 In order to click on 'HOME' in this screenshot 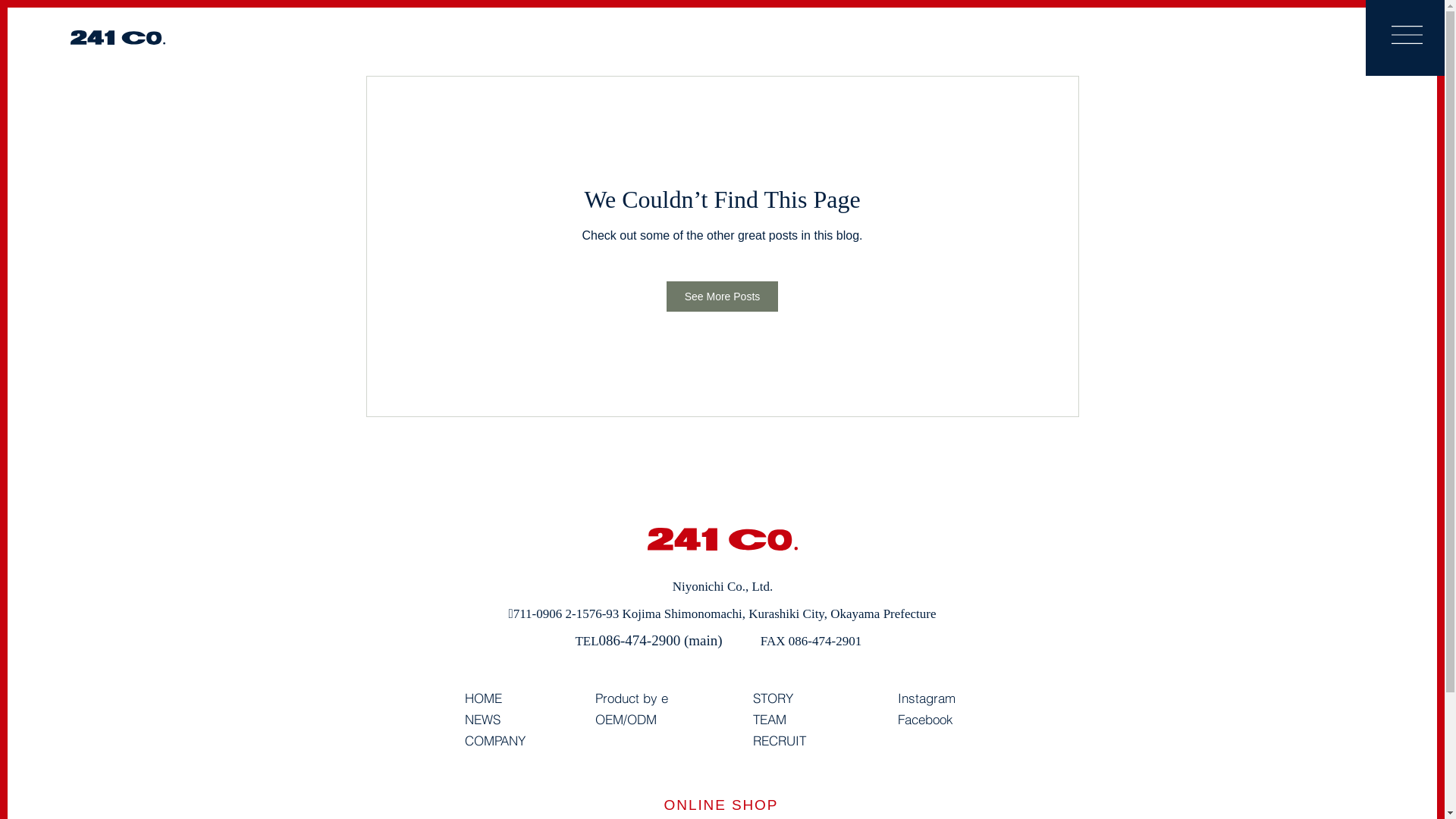, I will do `click(482, 698)`.